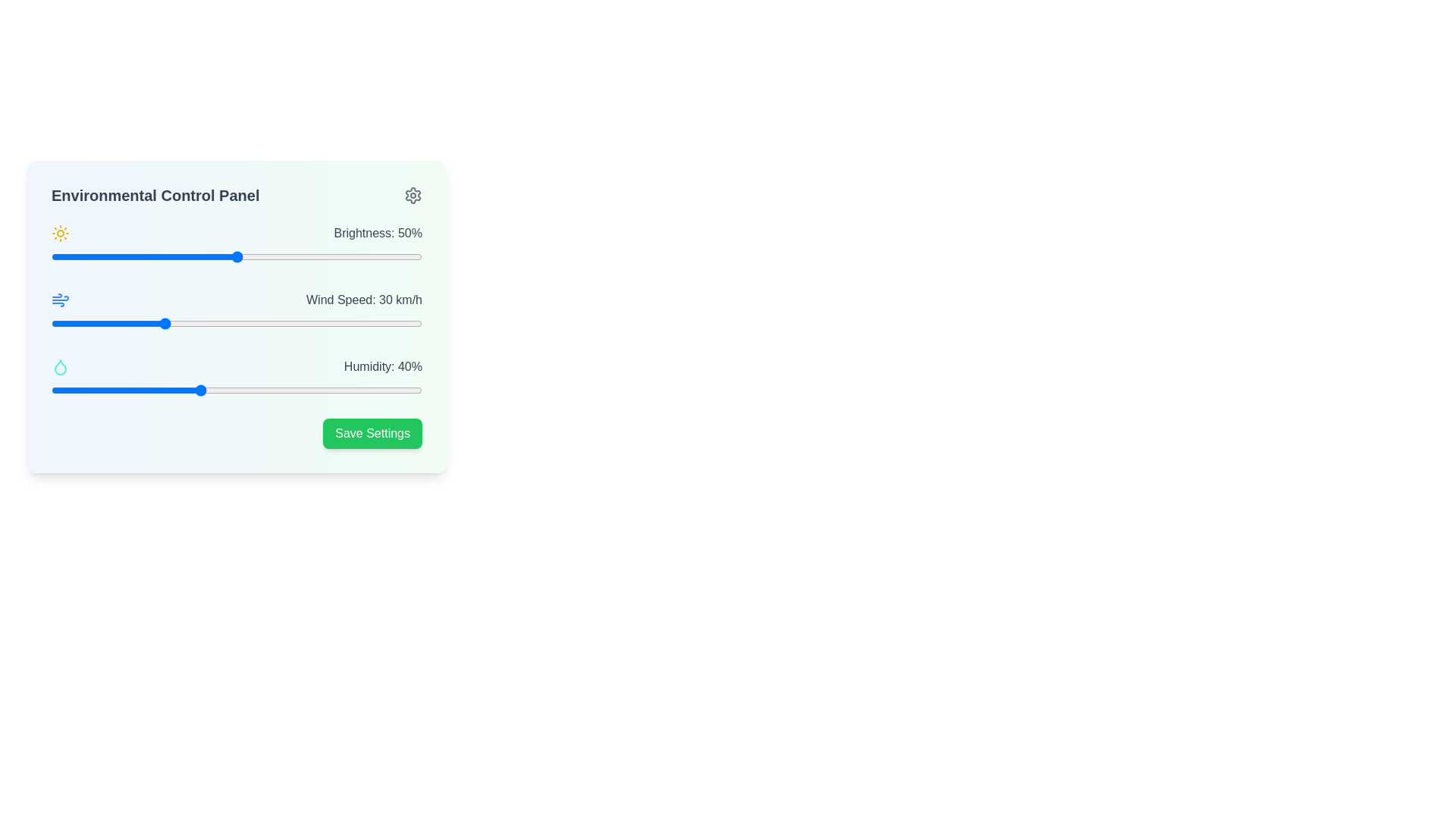 This screenshot has height=819, width=1456. What do you see at coordinates (389, 390) in the screenshot?
I see `humidity` at bounding box center [389, 390].